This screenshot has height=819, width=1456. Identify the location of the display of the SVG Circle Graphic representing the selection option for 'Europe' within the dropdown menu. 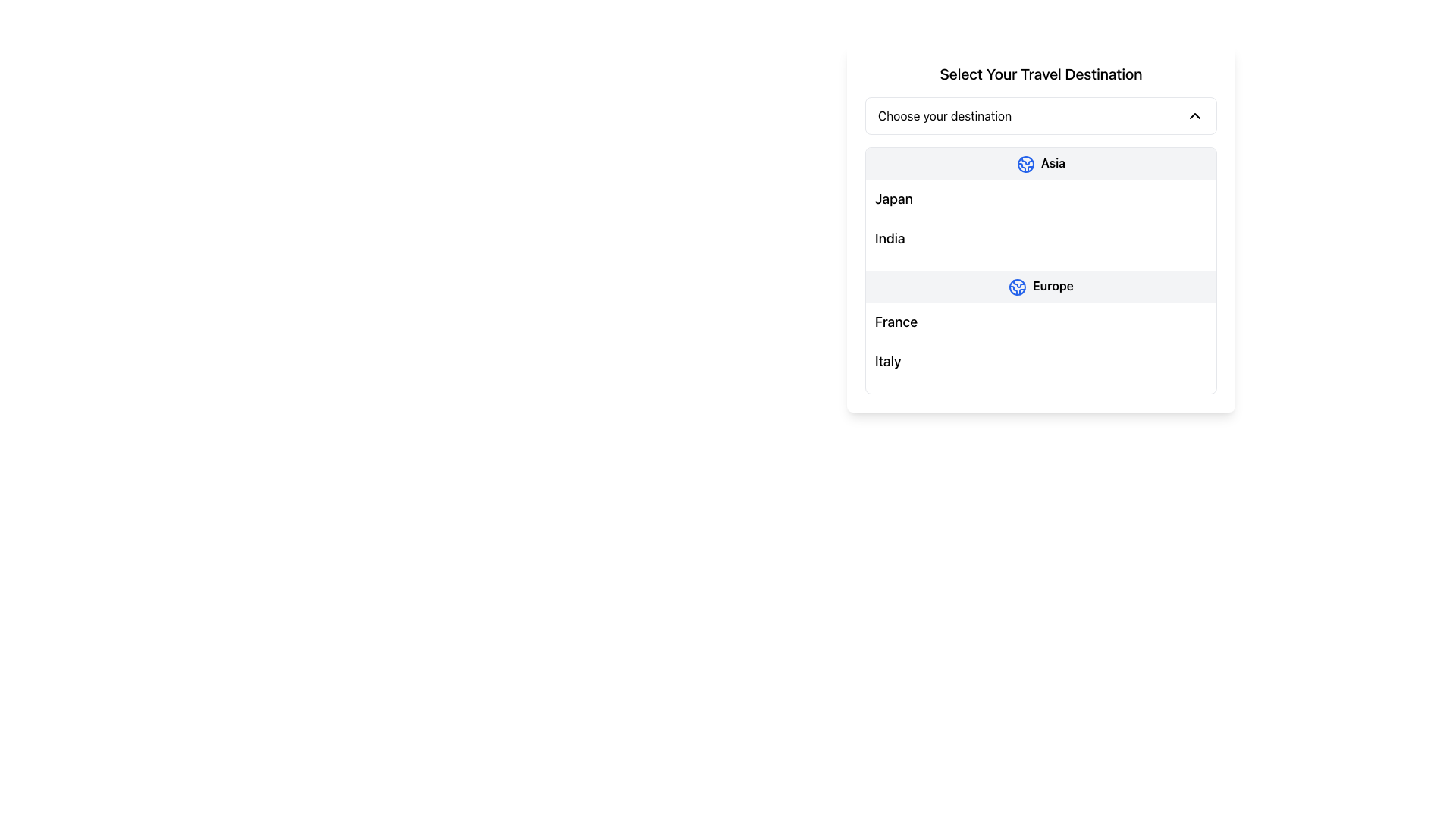
(1025, 164).